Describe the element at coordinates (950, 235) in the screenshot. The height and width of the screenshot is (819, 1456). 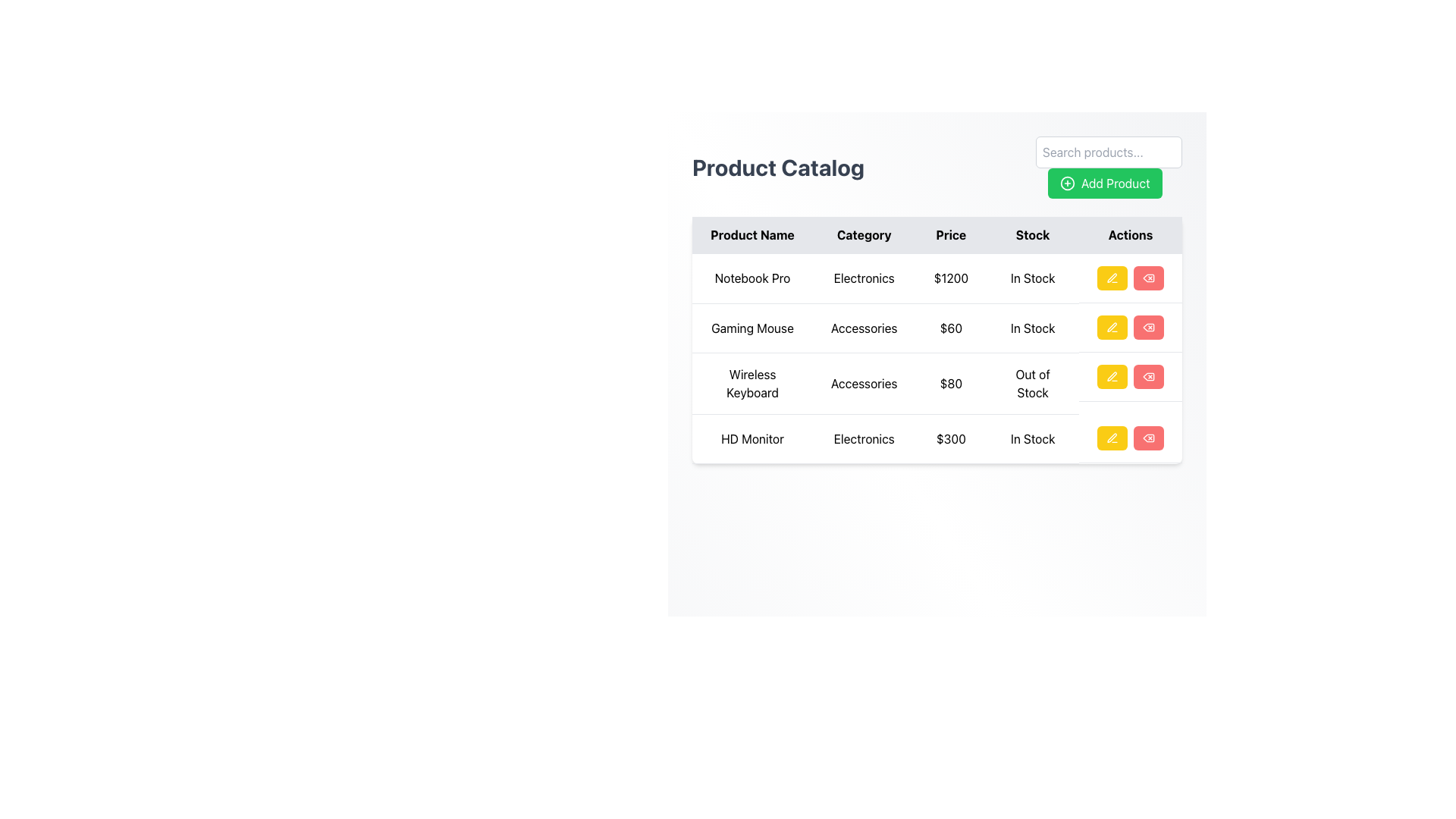
I see `the centrally aligned Text Label that denotes the product prices in the table, located between the 'Category' and 'Stock' headers` at that location.